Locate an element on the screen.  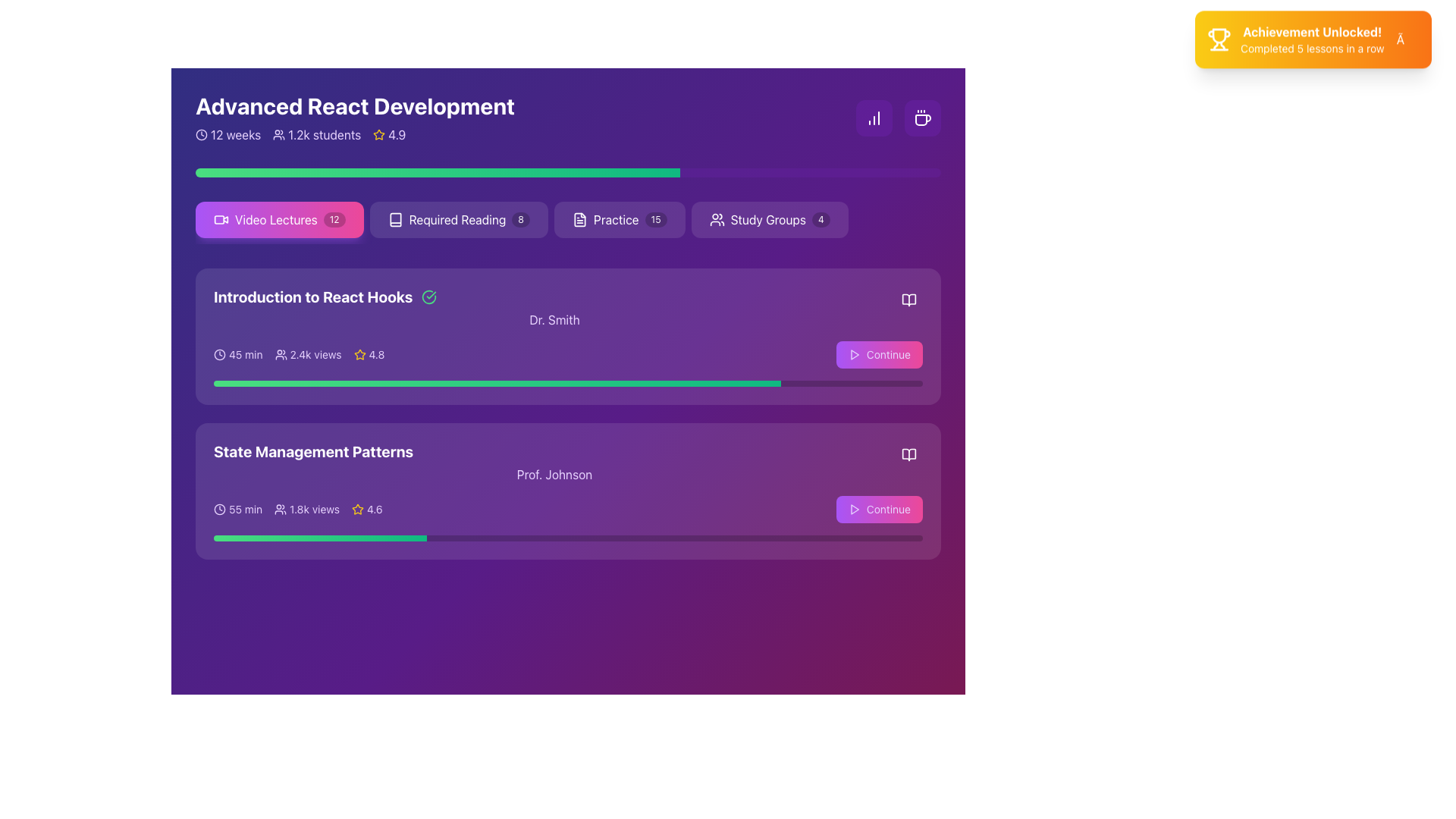
the small rectangular open book icon with a white outline on a purple background located at the top-right corner of the card labeled 'Introduction to React Hooks' is located at coordinates (909, 300).